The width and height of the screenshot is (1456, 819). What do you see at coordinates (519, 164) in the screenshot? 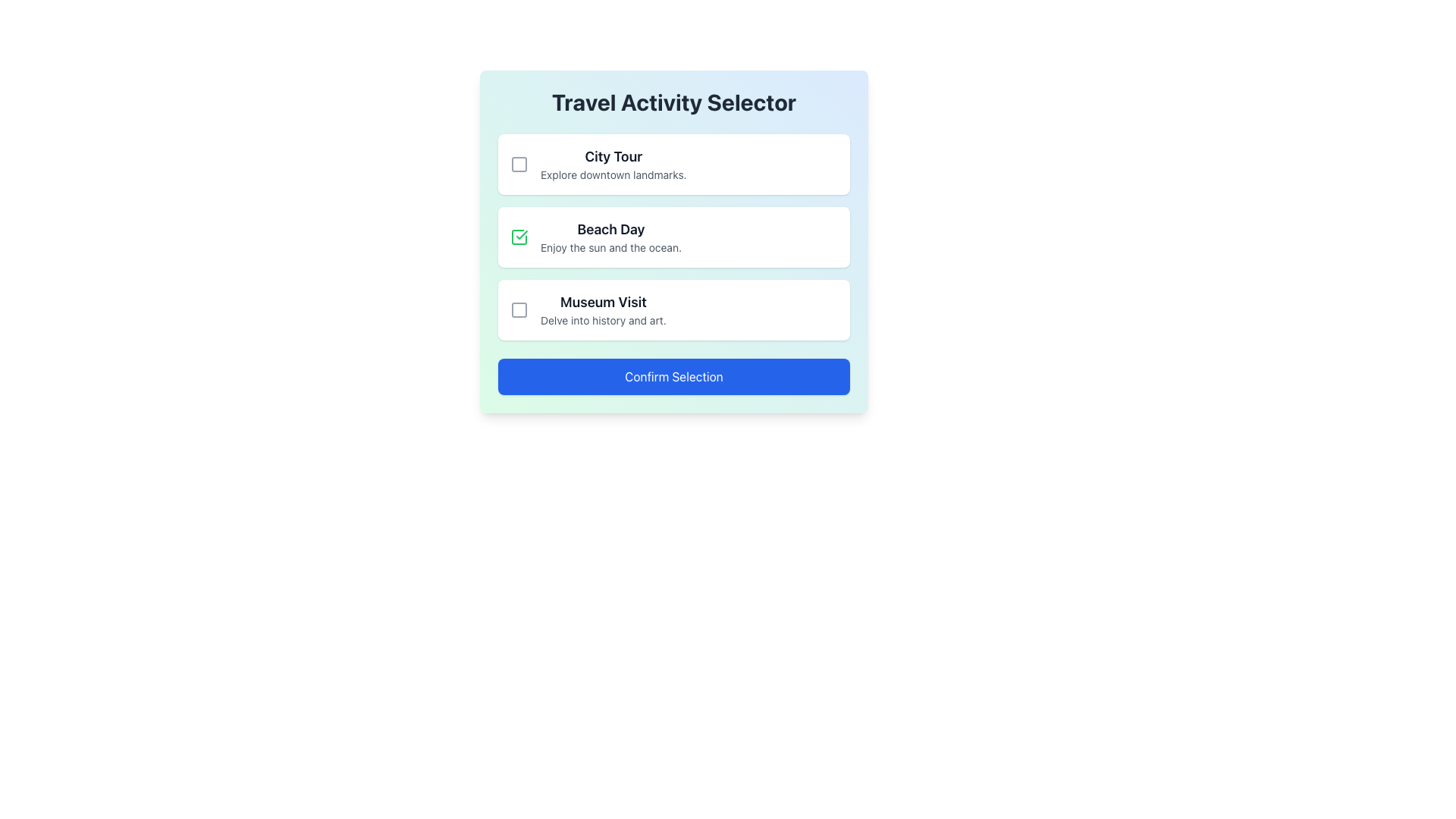
I see `the interactive button for 'City Tour' located in the first row of the 'Travel Activity Selector'` at bounding box center [519, 164].